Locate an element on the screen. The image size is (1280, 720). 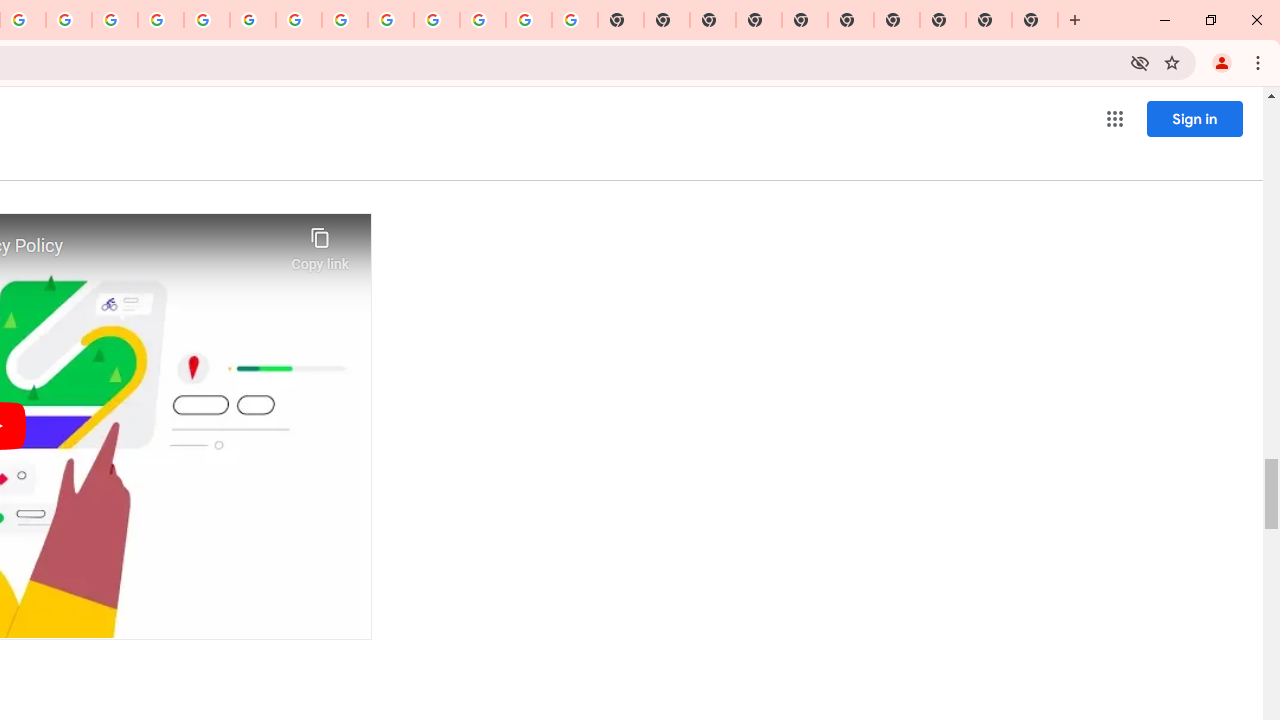
'Privacy Help Center - Policies Help' is located at coordinates (161, 20).